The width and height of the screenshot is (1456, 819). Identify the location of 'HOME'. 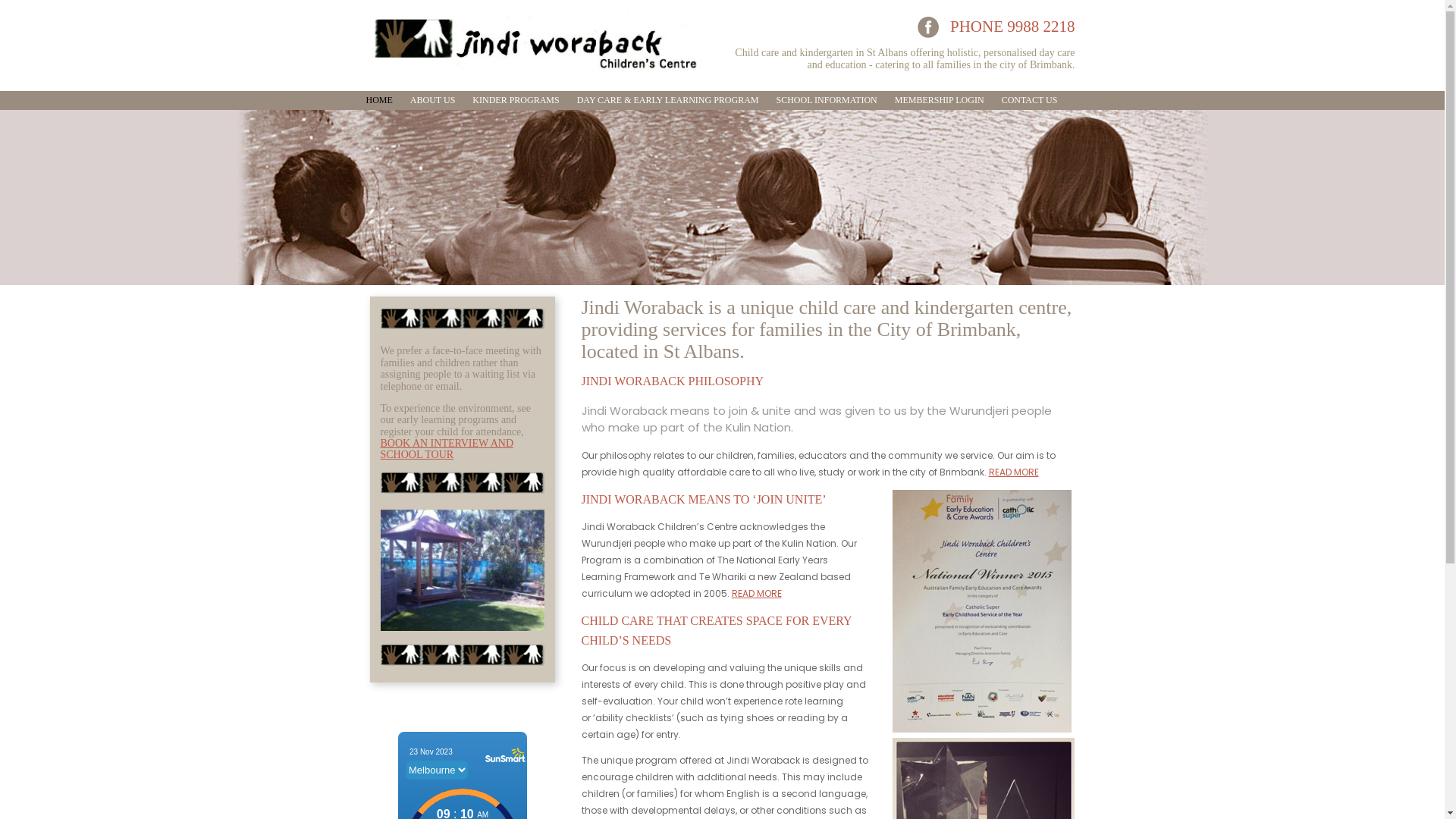
(378, 100).